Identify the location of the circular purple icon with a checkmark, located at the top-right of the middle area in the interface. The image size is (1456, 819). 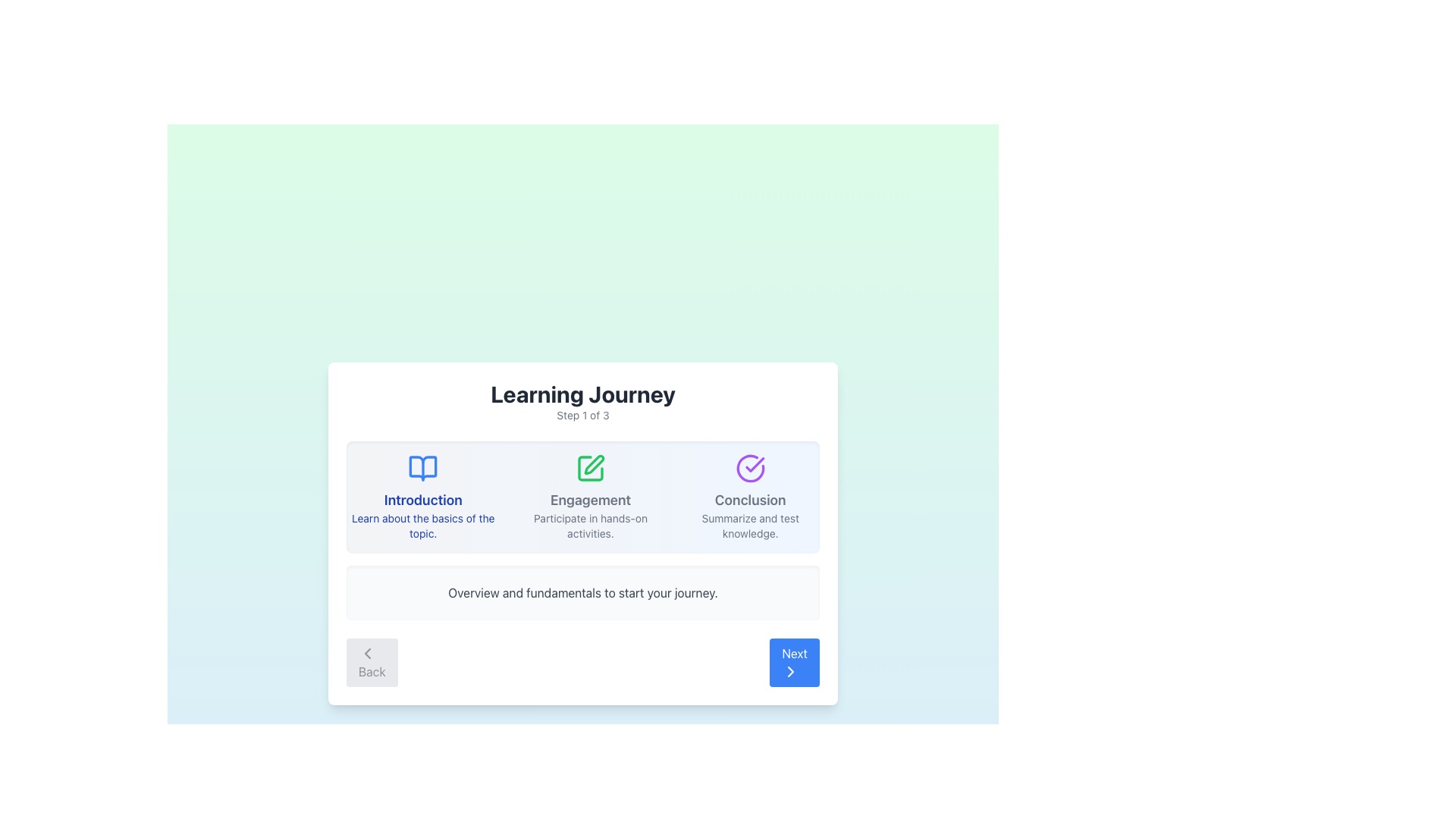
(750, 467).